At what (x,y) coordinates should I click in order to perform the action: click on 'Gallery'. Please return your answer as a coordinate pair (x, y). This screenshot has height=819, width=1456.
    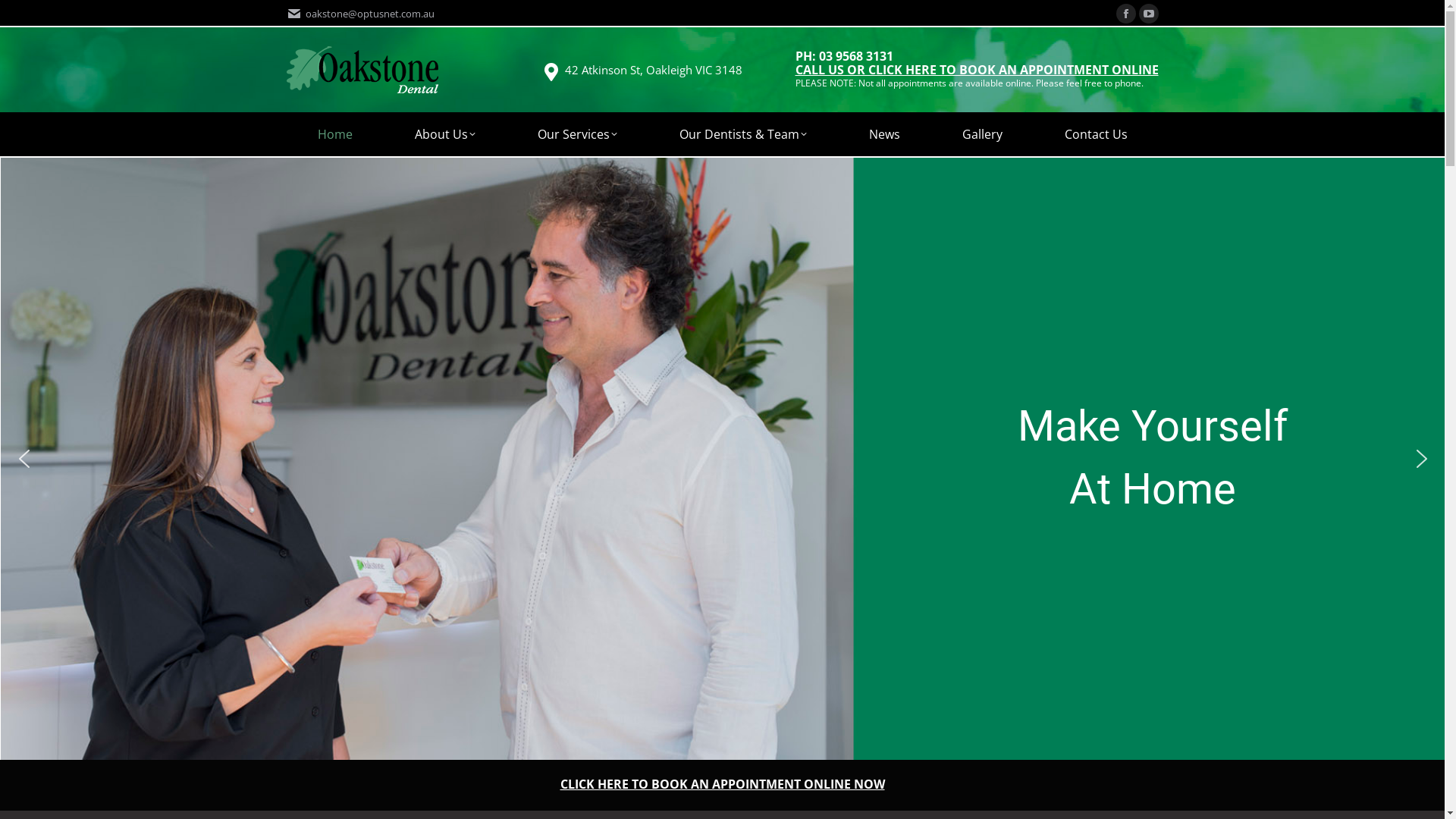
    Looking at the image, I should click on (982, 133).